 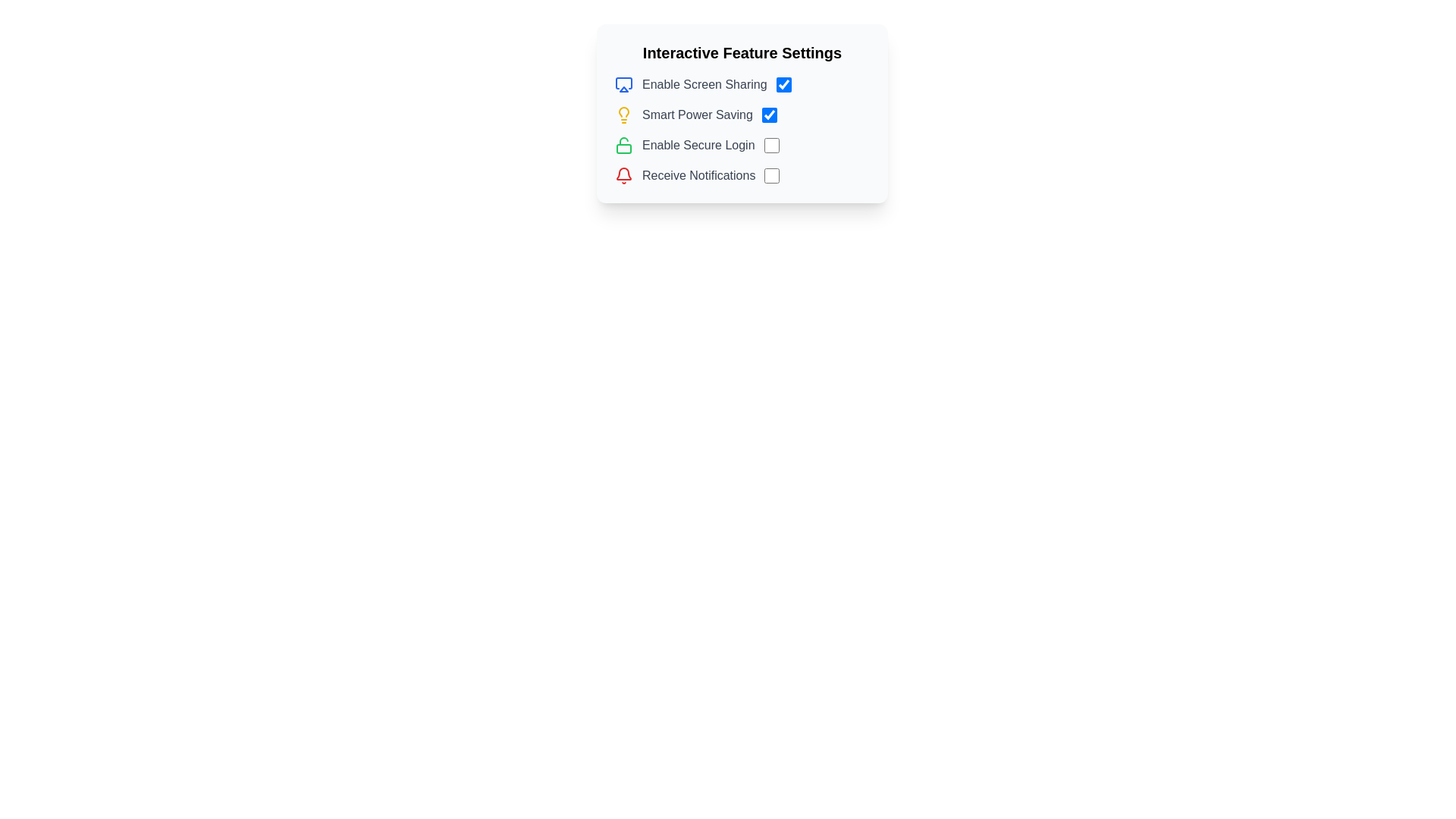 I want to click on the group of labeled checkboxes with icons under the 'Interactive Feature Settings' to read its description, so click(x=742, y=130).